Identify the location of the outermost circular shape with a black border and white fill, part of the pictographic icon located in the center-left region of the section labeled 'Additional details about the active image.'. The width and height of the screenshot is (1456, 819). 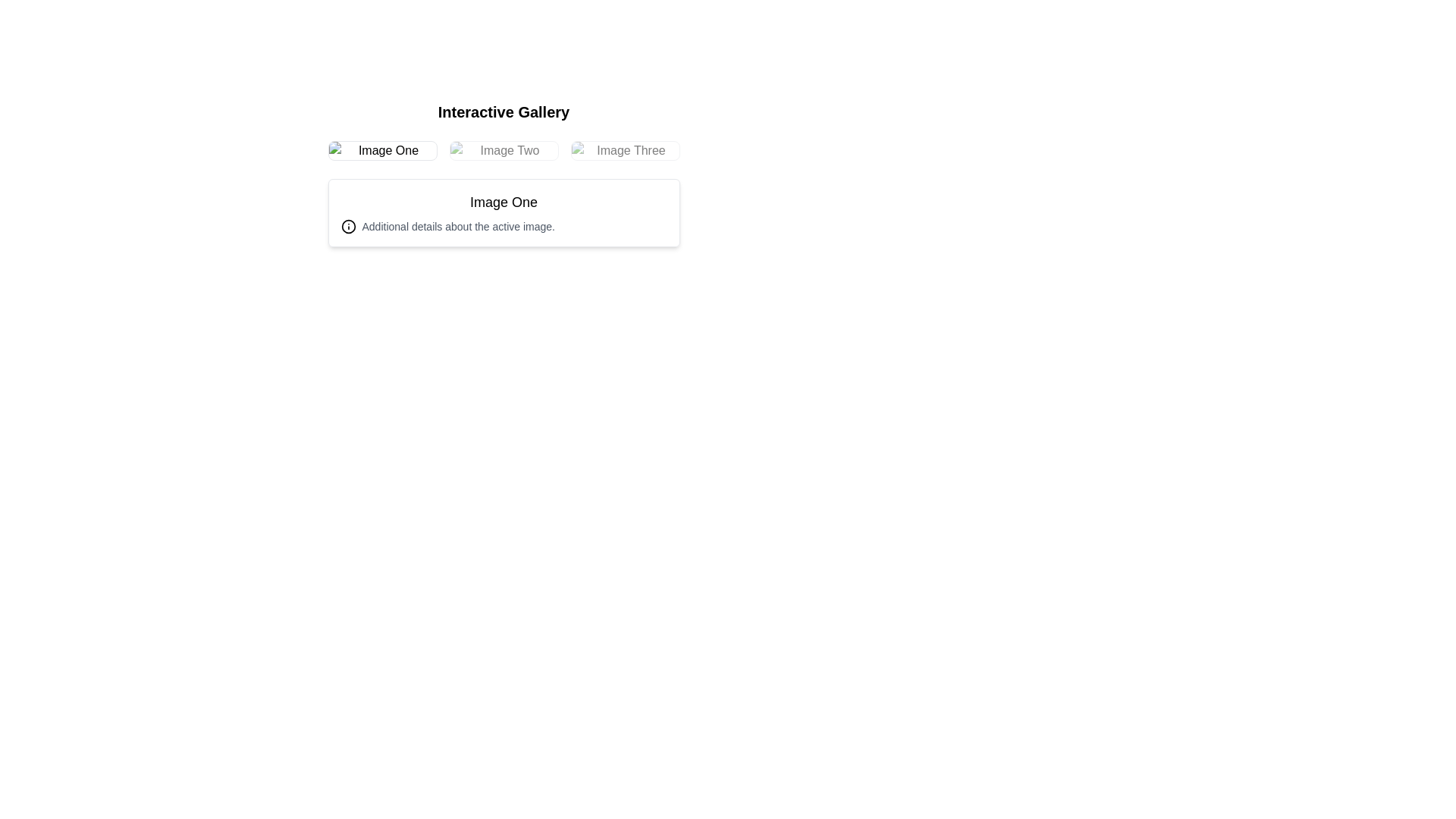
(347, 227).